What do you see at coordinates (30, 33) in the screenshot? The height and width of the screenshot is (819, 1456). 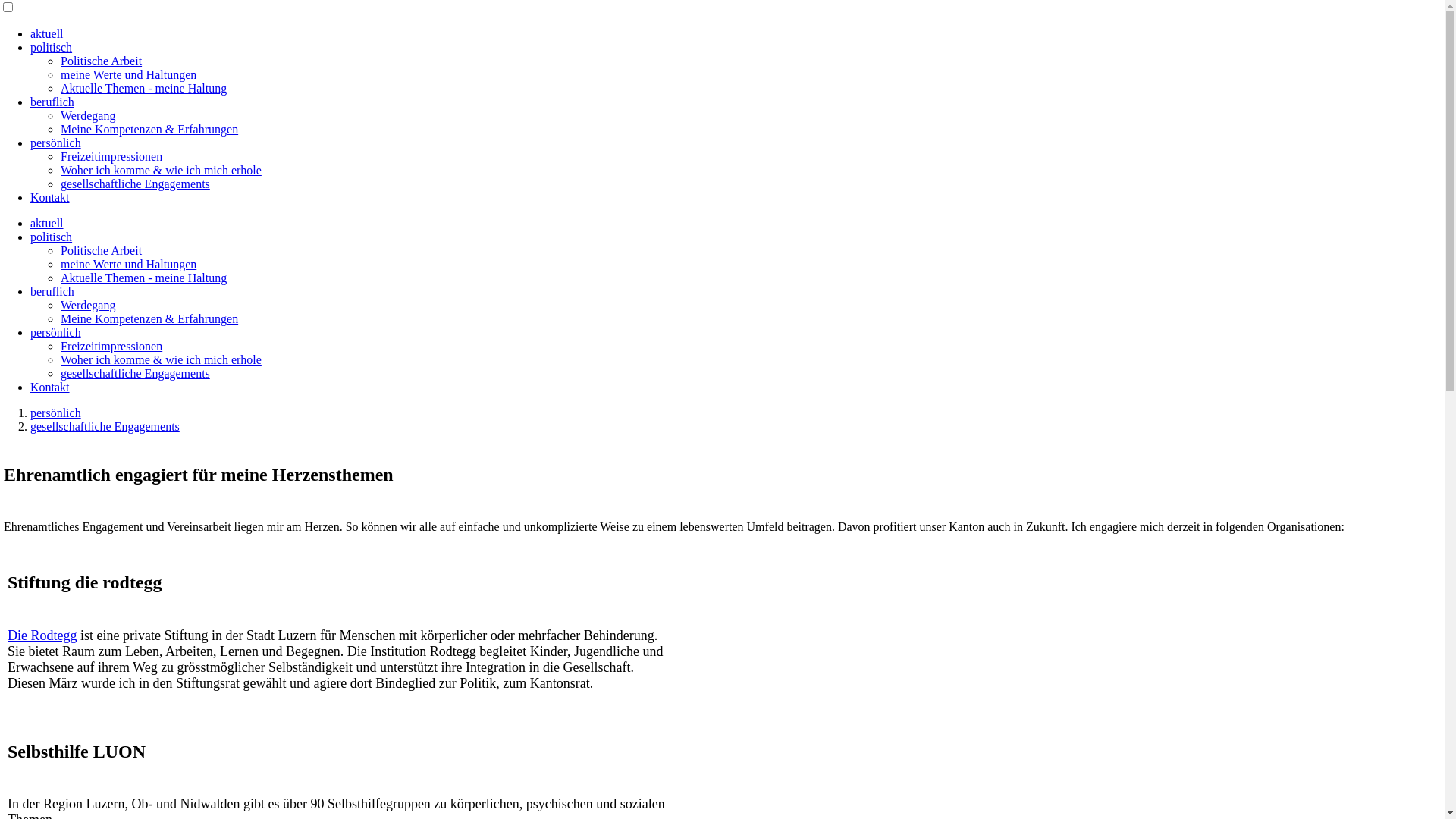 I see `'aktuell'` at bounding box center [30, 33].